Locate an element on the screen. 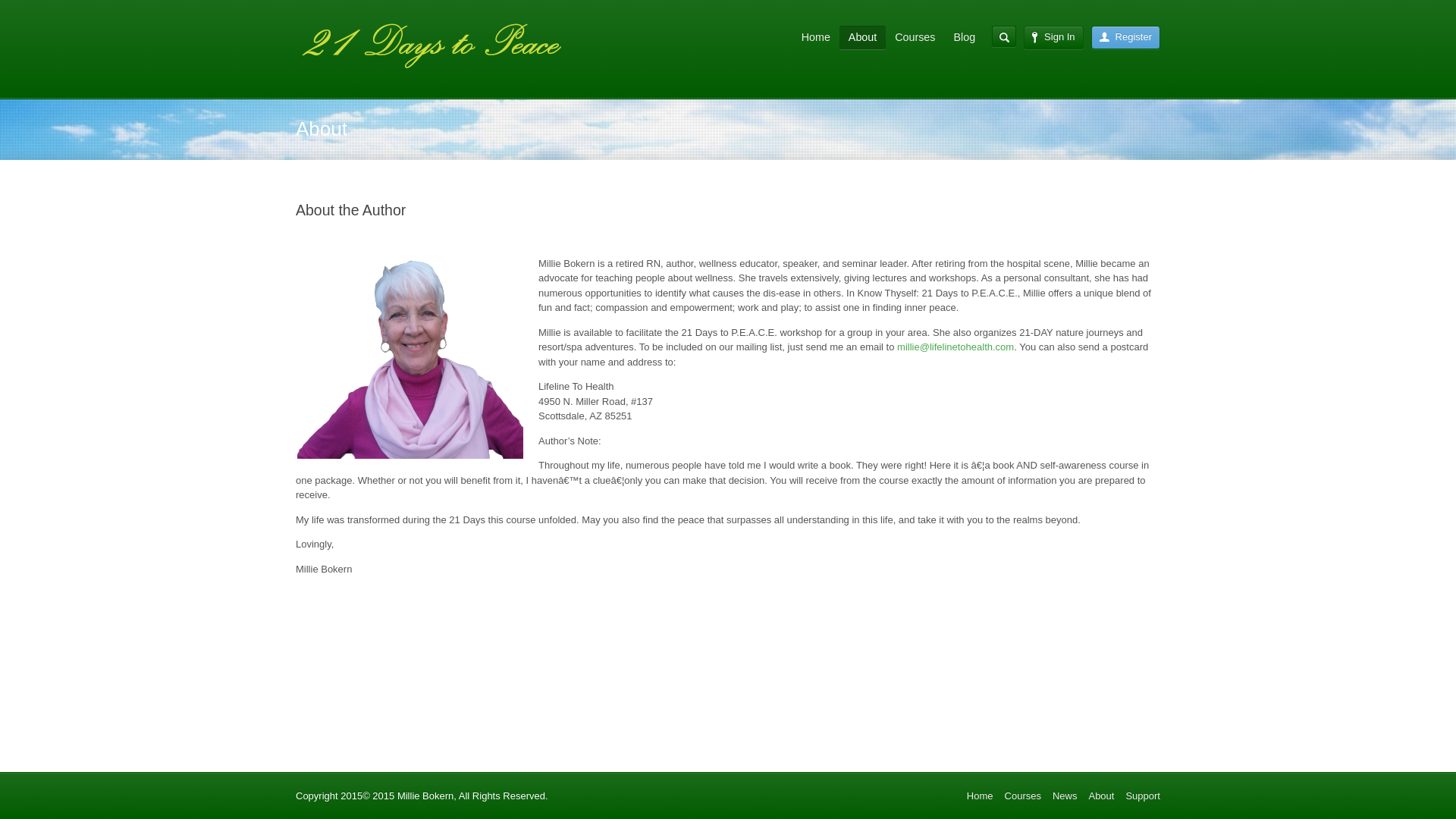 This screenshot has height=819, width=1456. 'Home' is located at coordinates (814, 36).